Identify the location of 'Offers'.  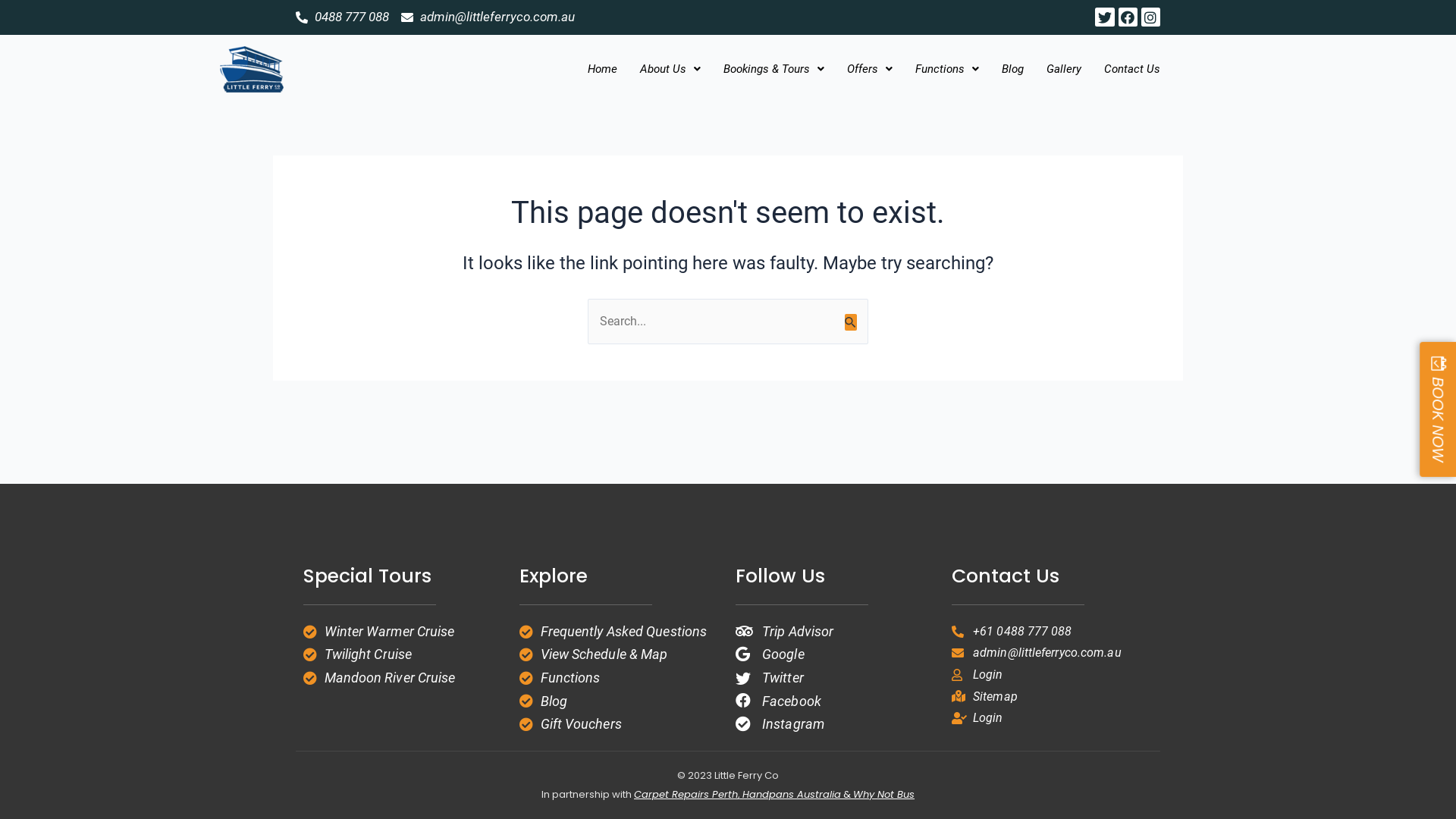
(870, 69).